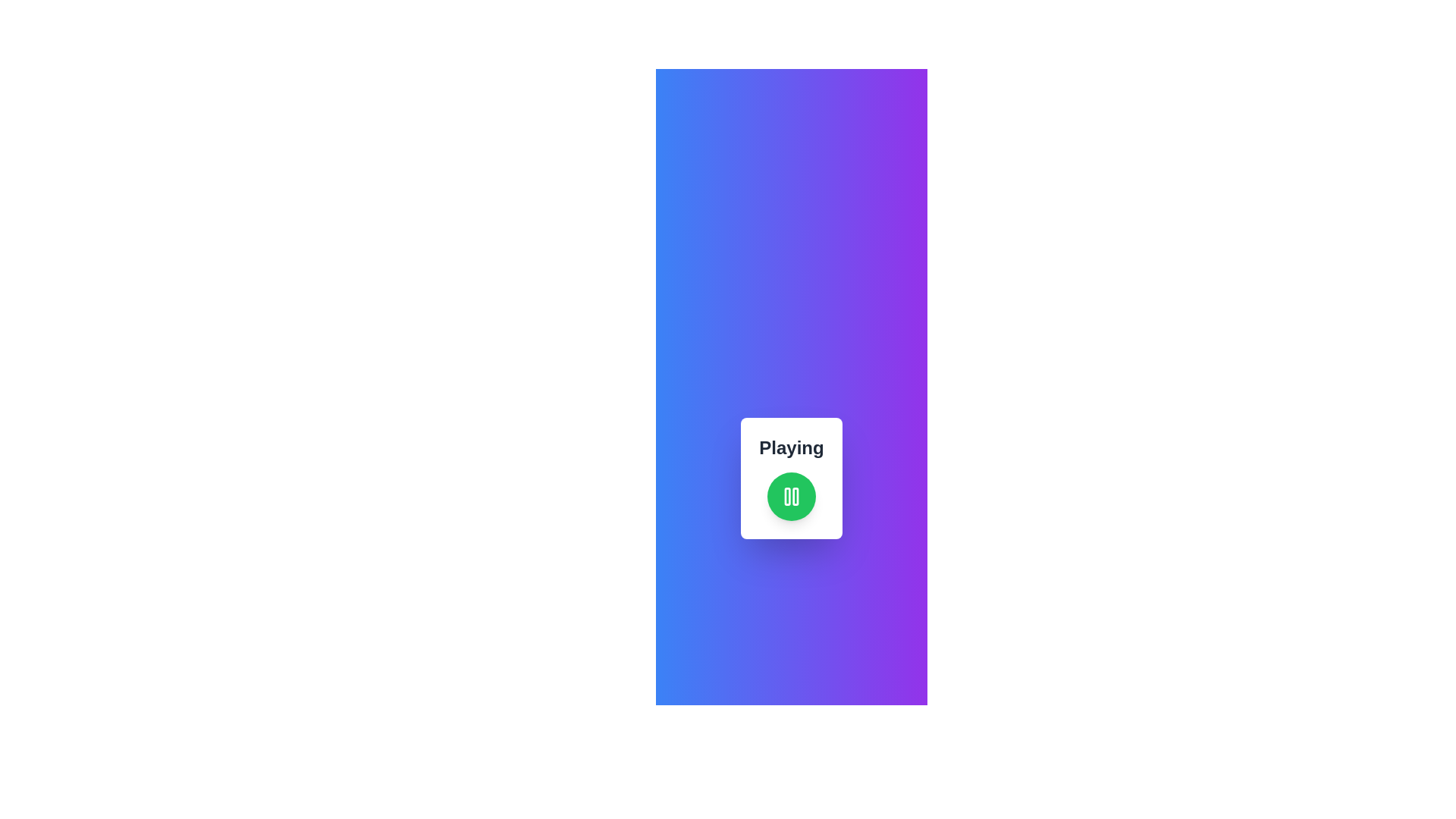 This screenshot has height=819, width=1456. Describe the element at coordinates (790, 497) in the screenshot. I see `the circular green button with a white pause icon` at that location.